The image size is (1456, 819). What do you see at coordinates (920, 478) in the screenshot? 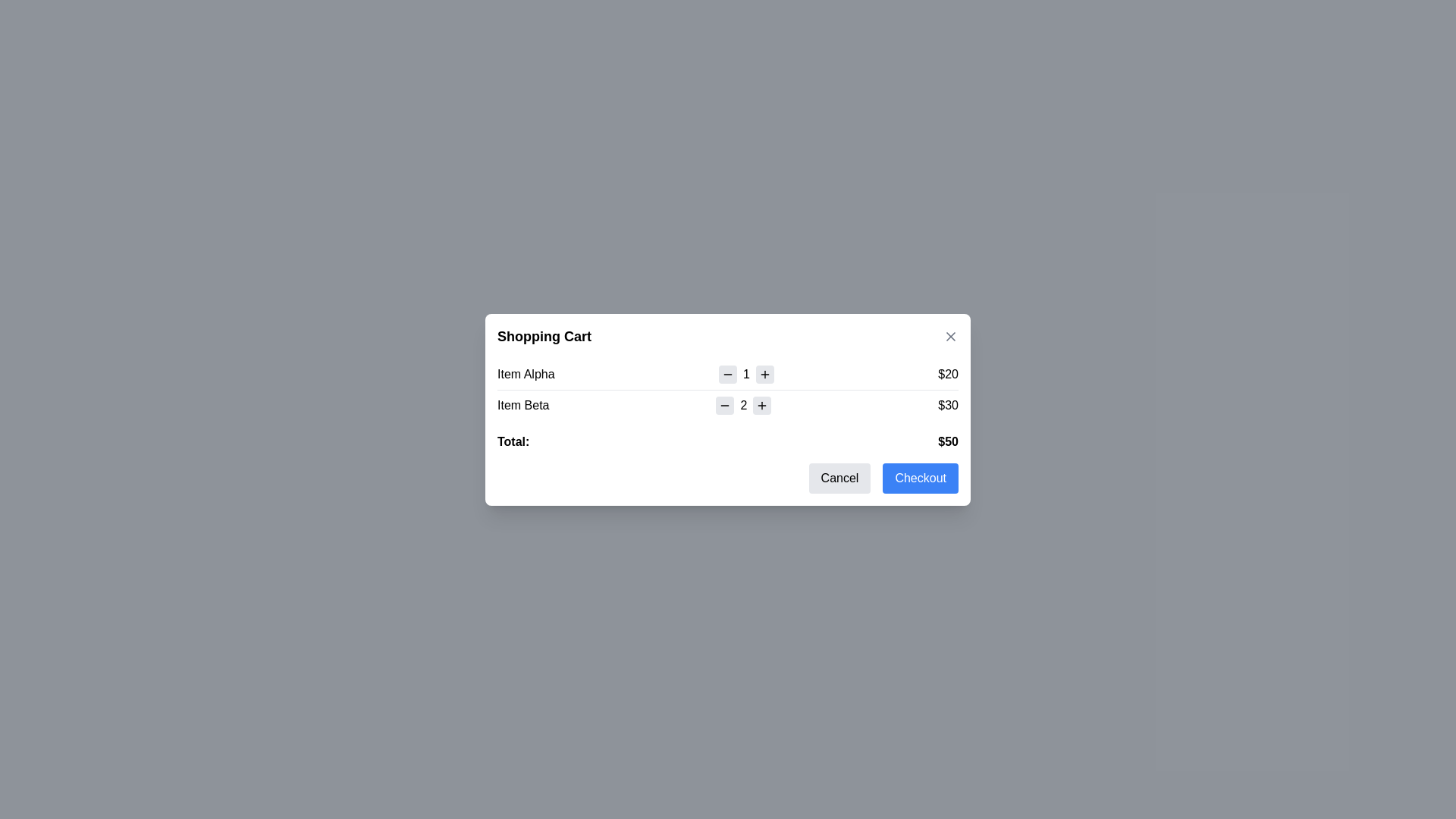
I see `the 'Checkout' button, which is a rectangular button with a blue background and white text, located in the bottom-right portion of the modal dialog next to the 'Cancel' button` at bounding box center [920, 478].